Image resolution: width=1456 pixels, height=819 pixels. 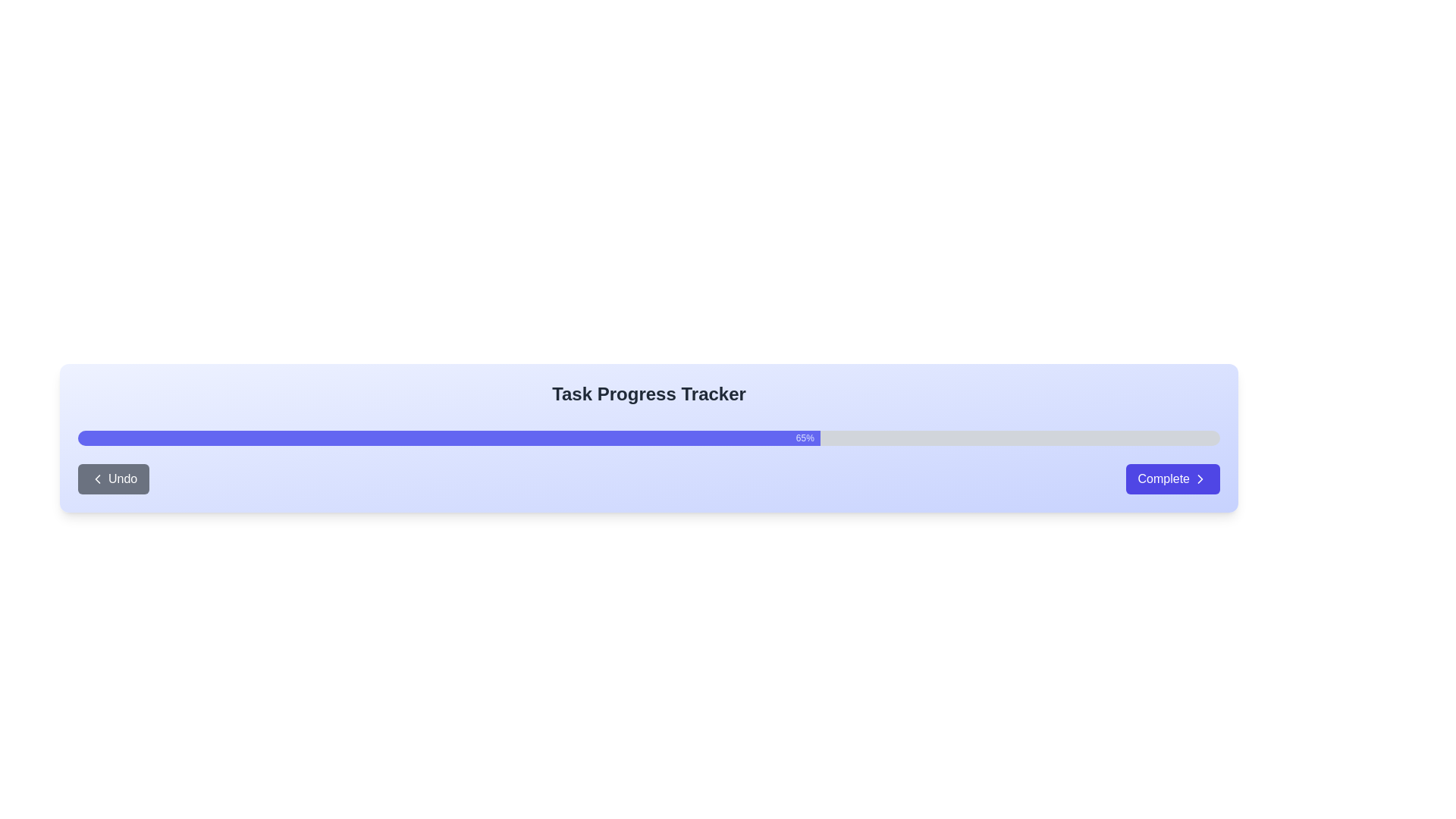 I want to click on the rightward-pointing chevron icon located at the center-right of the purple 'Complete' button, so click(x=1200, y=479).